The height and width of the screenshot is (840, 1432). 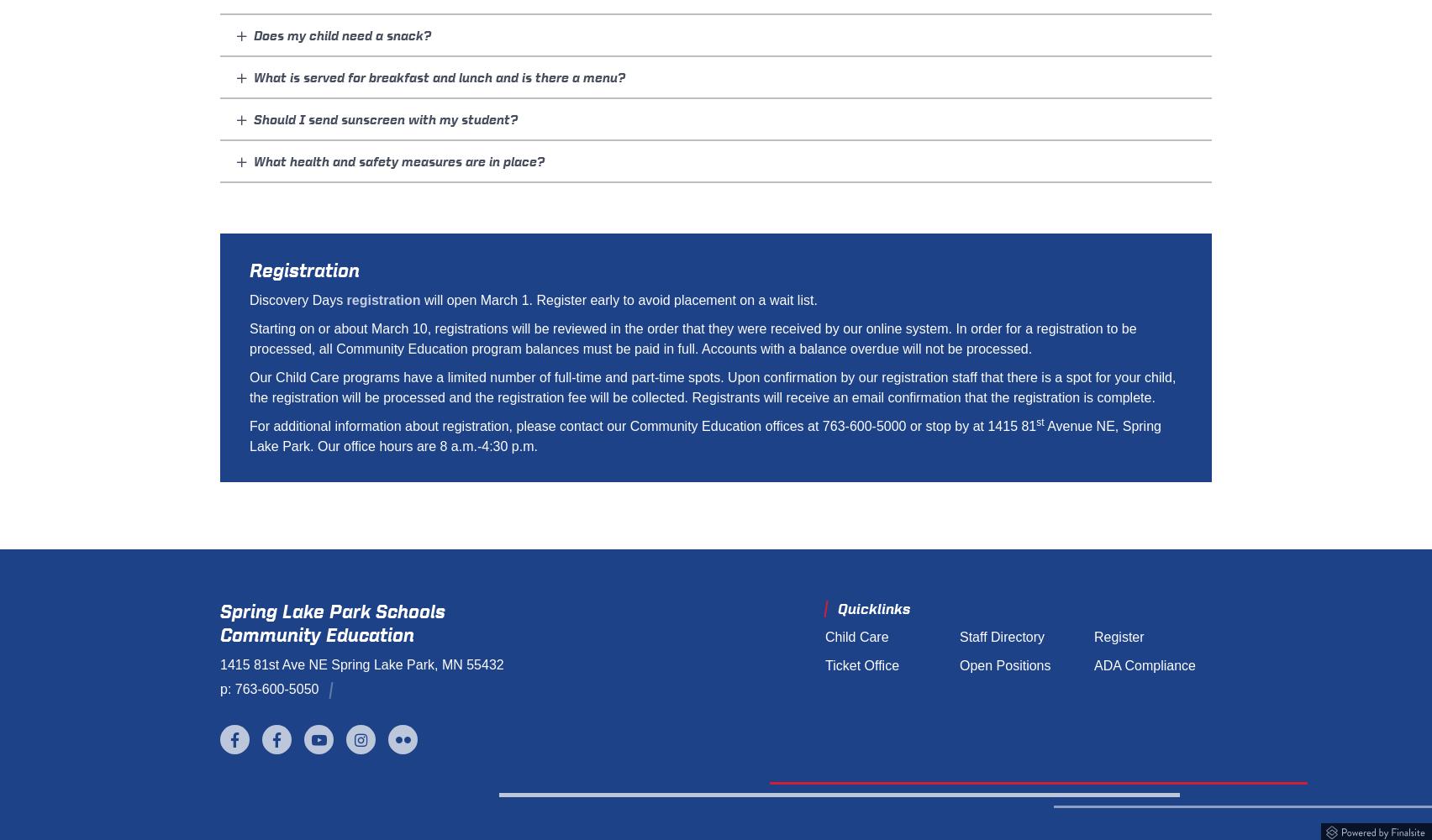 What do you see at coordinates (466, 664) in the screenshot?
I see `'55432'` at bounding box center [466, 664].